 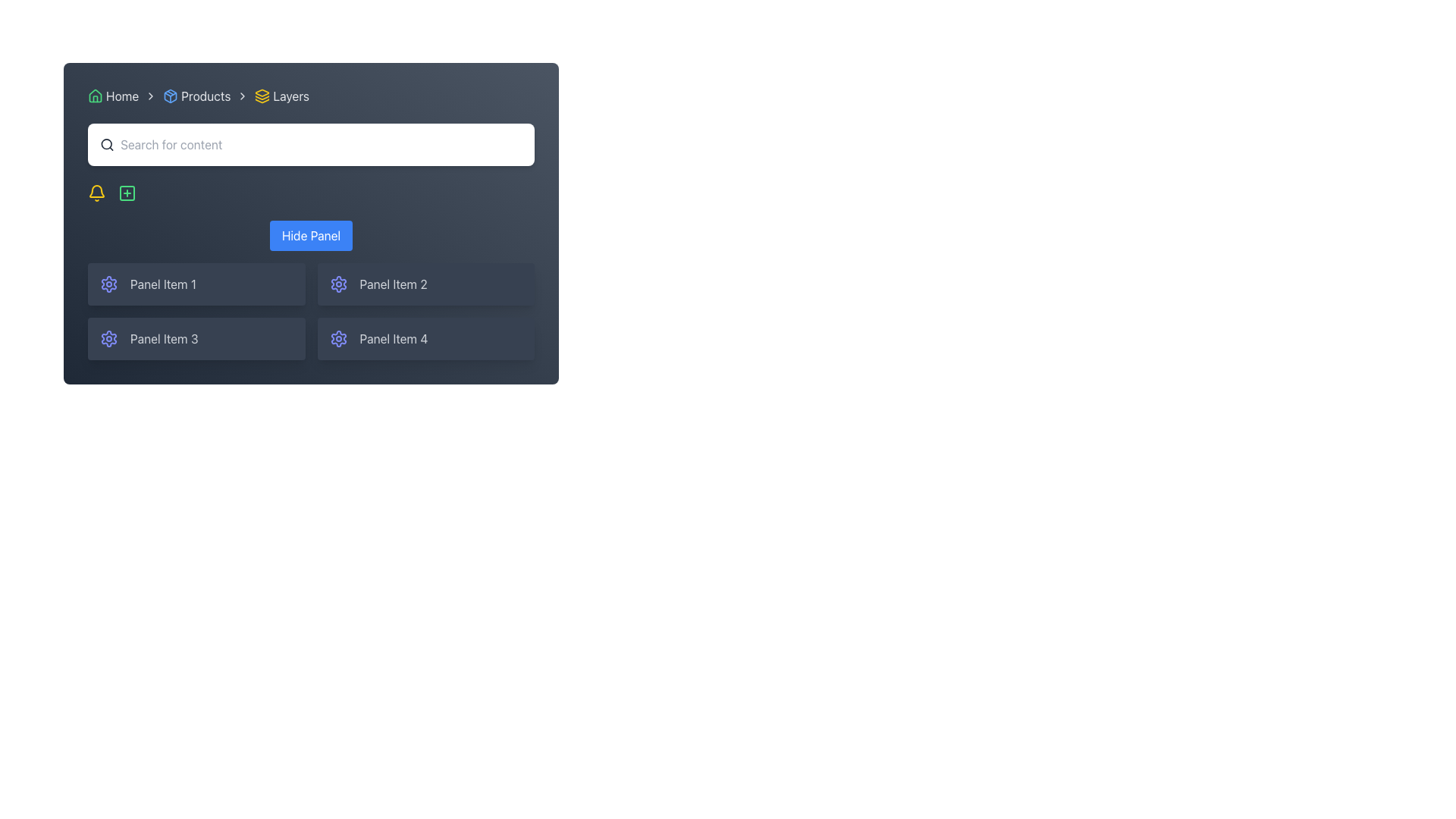 What do you see at coordinates (337, 338) in the screenshot?
I see `the gear icon in the fourth panel of the 2x2 grid layout` at bounding box center [337, 338].